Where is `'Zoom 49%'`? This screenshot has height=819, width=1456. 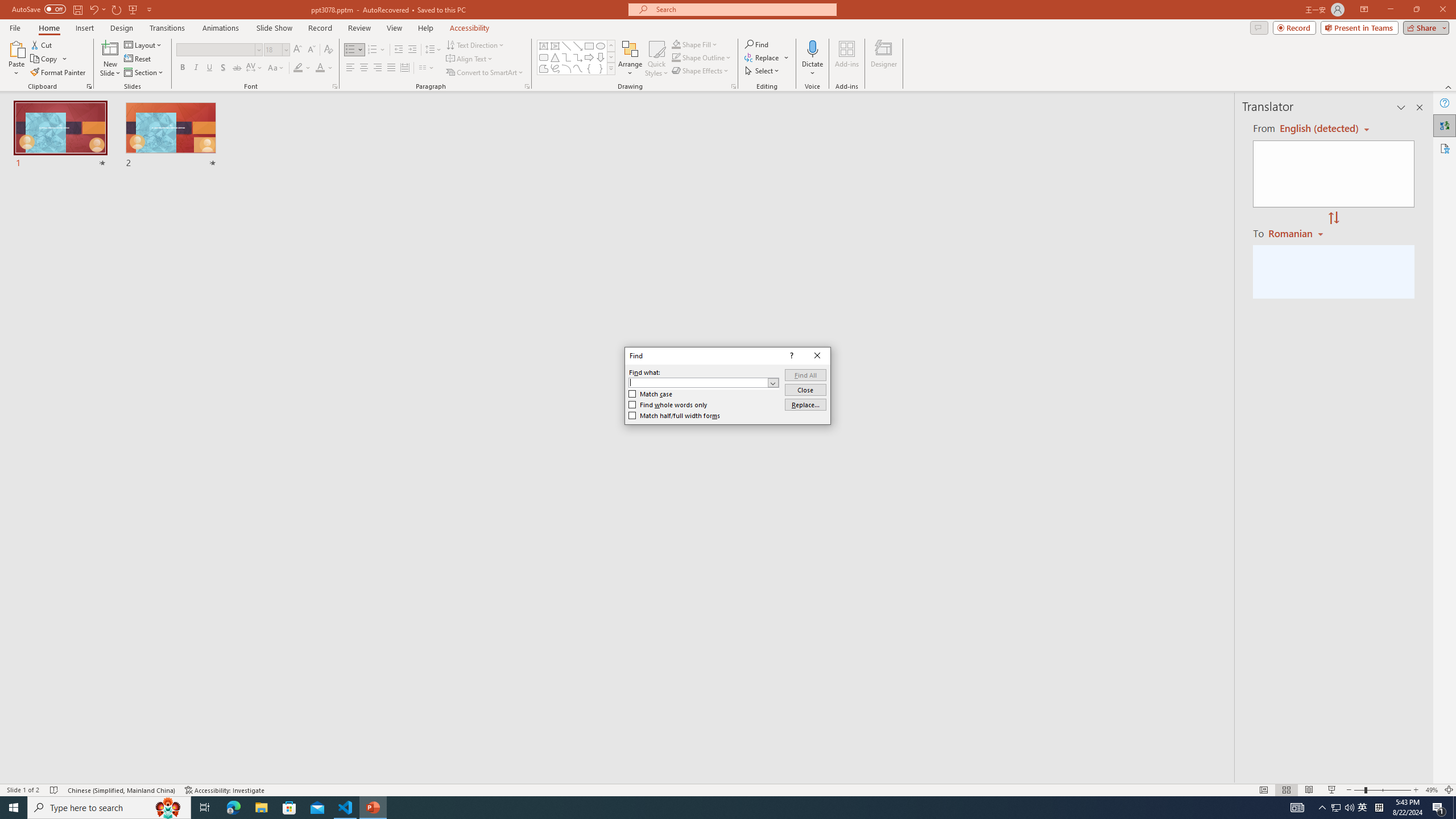
'Zoom 49%' is located at coordinates (1431, 790).